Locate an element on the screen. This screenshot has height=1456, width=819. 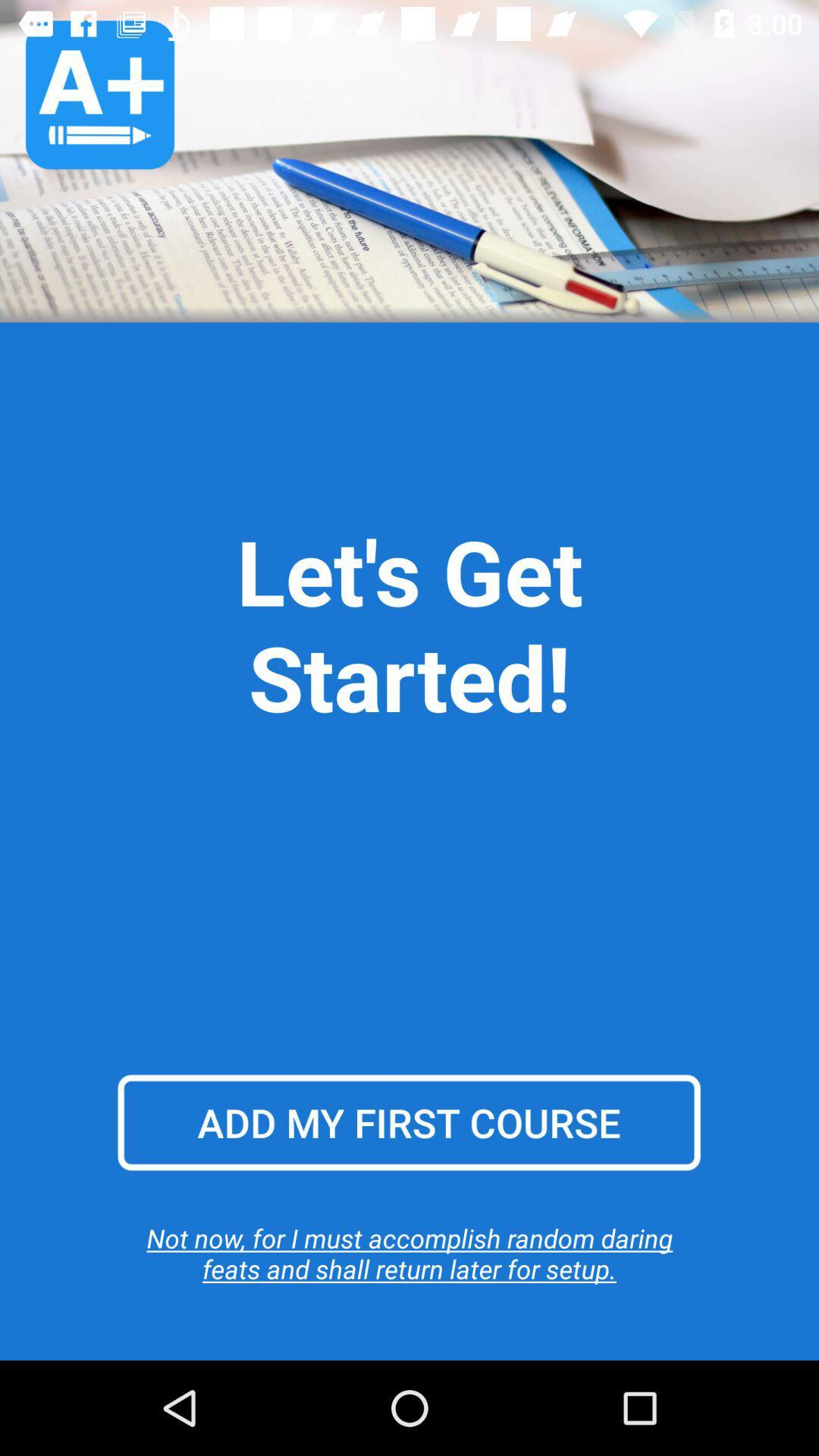
not now for is located at coordinates (409, 1253).